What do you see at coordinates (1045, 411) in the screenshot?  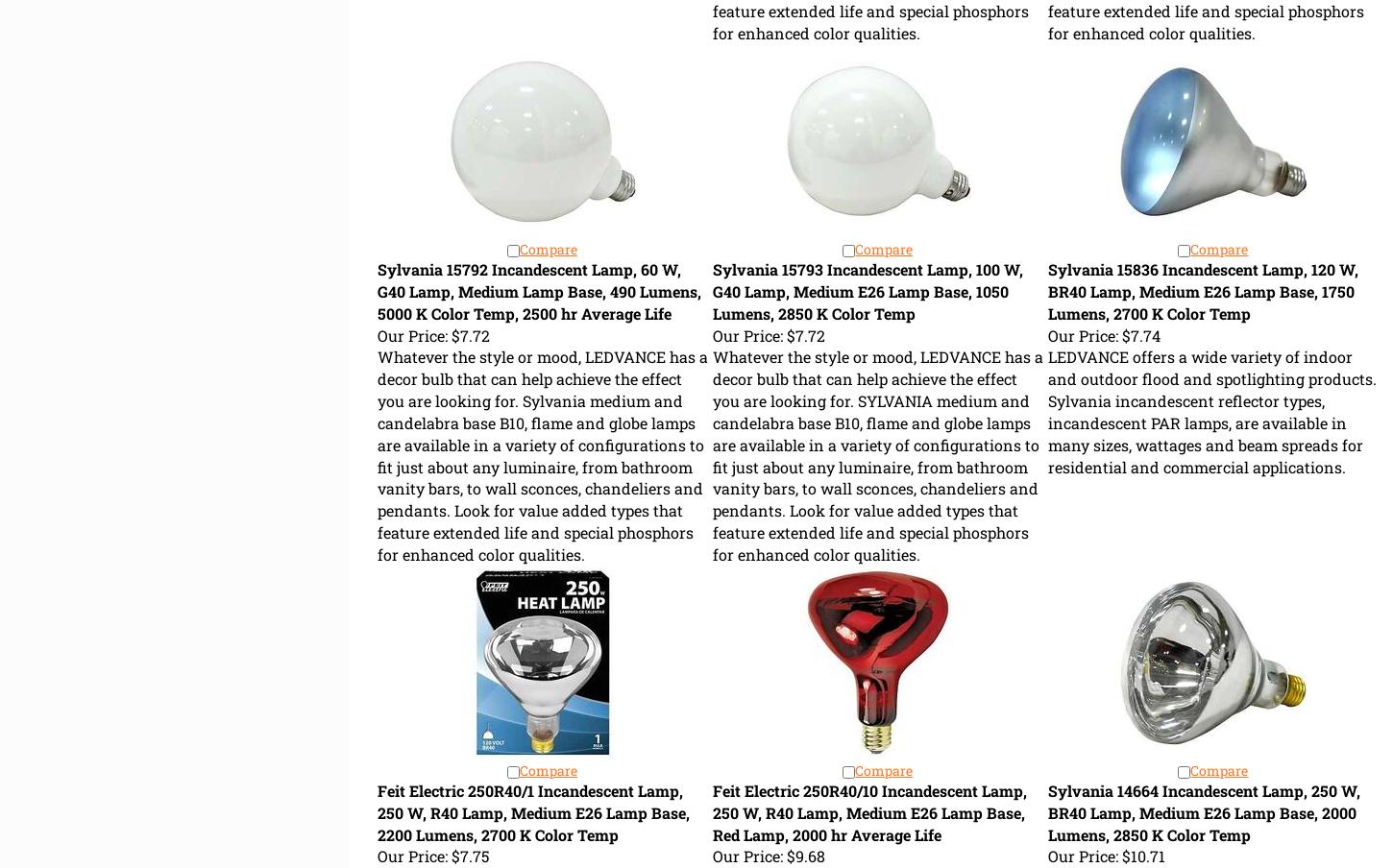 I see `'LEDVANCE offers a wide variety of indoor and outdoor flood and spotlighting products. Sylvania incandescent reflector types, incandescent PAR lamps, are available in many sizes, wattages and beam spreads for residential and commercial applications.'` at bounding box center [1045, 411].